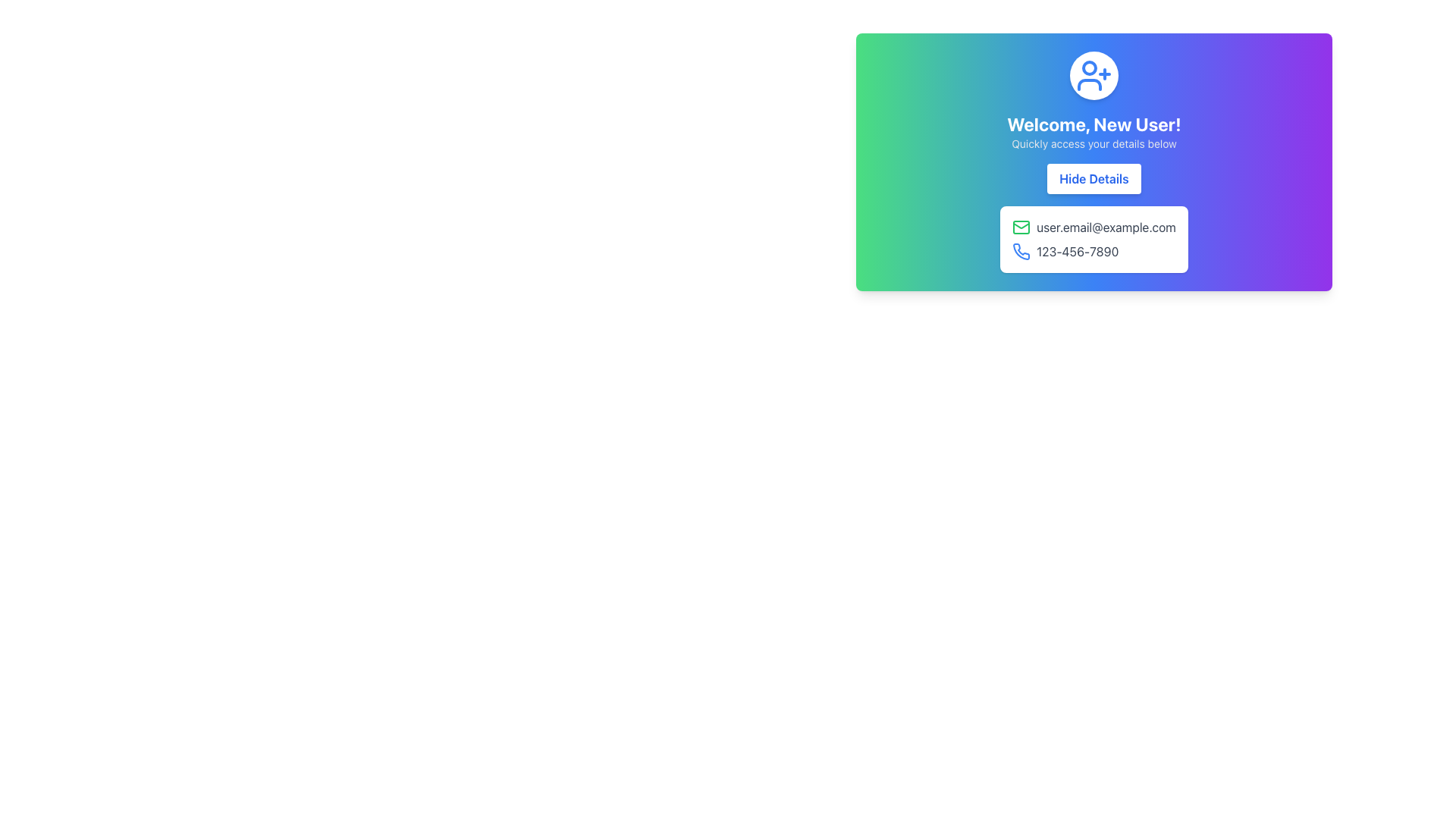 This screenshot has width=1456, height=819. Describe the element at coordinates (1021, 250) in the screenshot. I see `the telephone handset icon, which is visually represented with a blue stroke and located next to the phone number '123-456-7890' in the bottom section of a card-like component` at that location.